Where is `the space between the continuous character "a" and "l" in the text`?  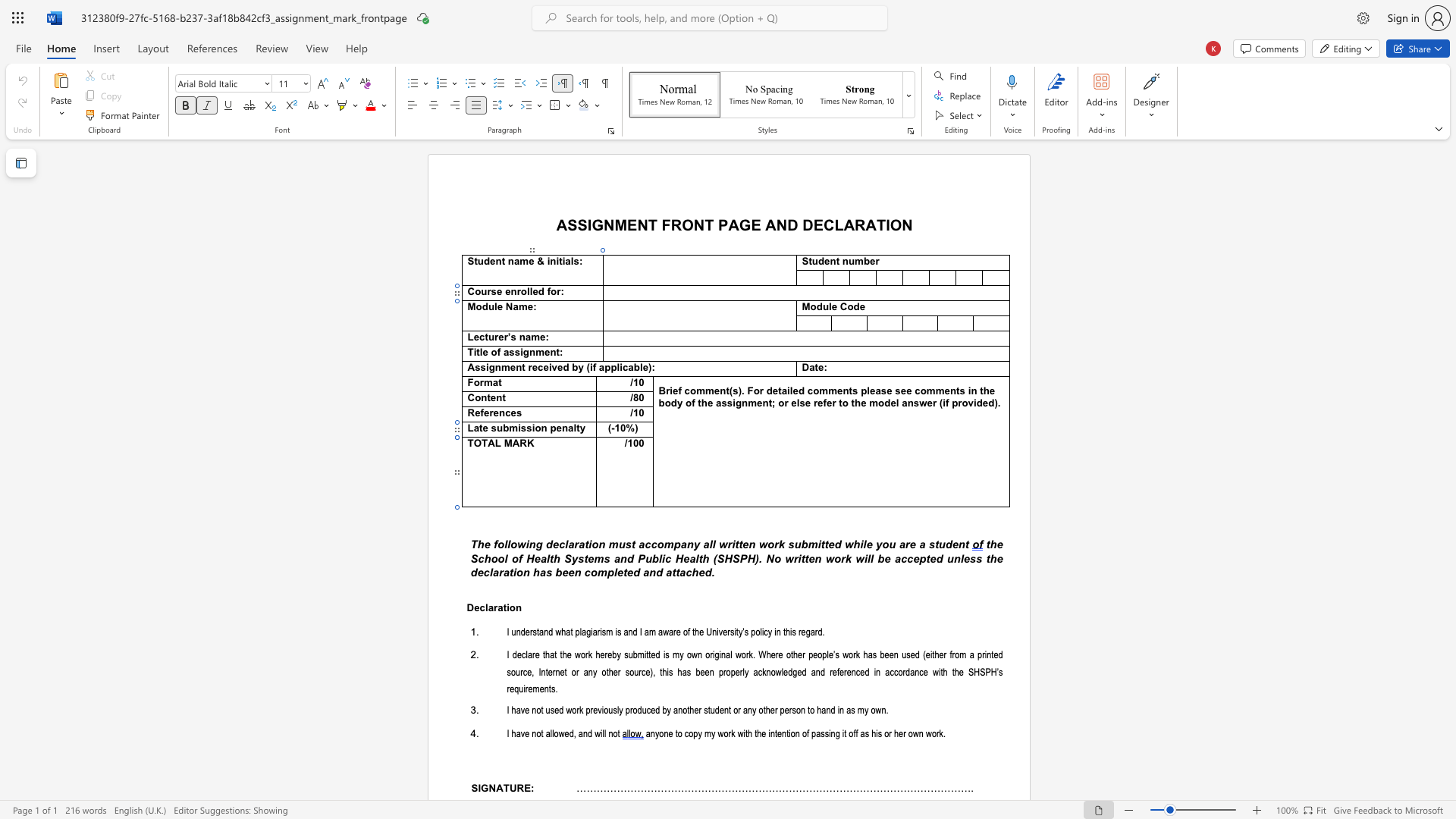 the space between the continuous character "a" and "l" in the text is located at coordinates (569, 260).